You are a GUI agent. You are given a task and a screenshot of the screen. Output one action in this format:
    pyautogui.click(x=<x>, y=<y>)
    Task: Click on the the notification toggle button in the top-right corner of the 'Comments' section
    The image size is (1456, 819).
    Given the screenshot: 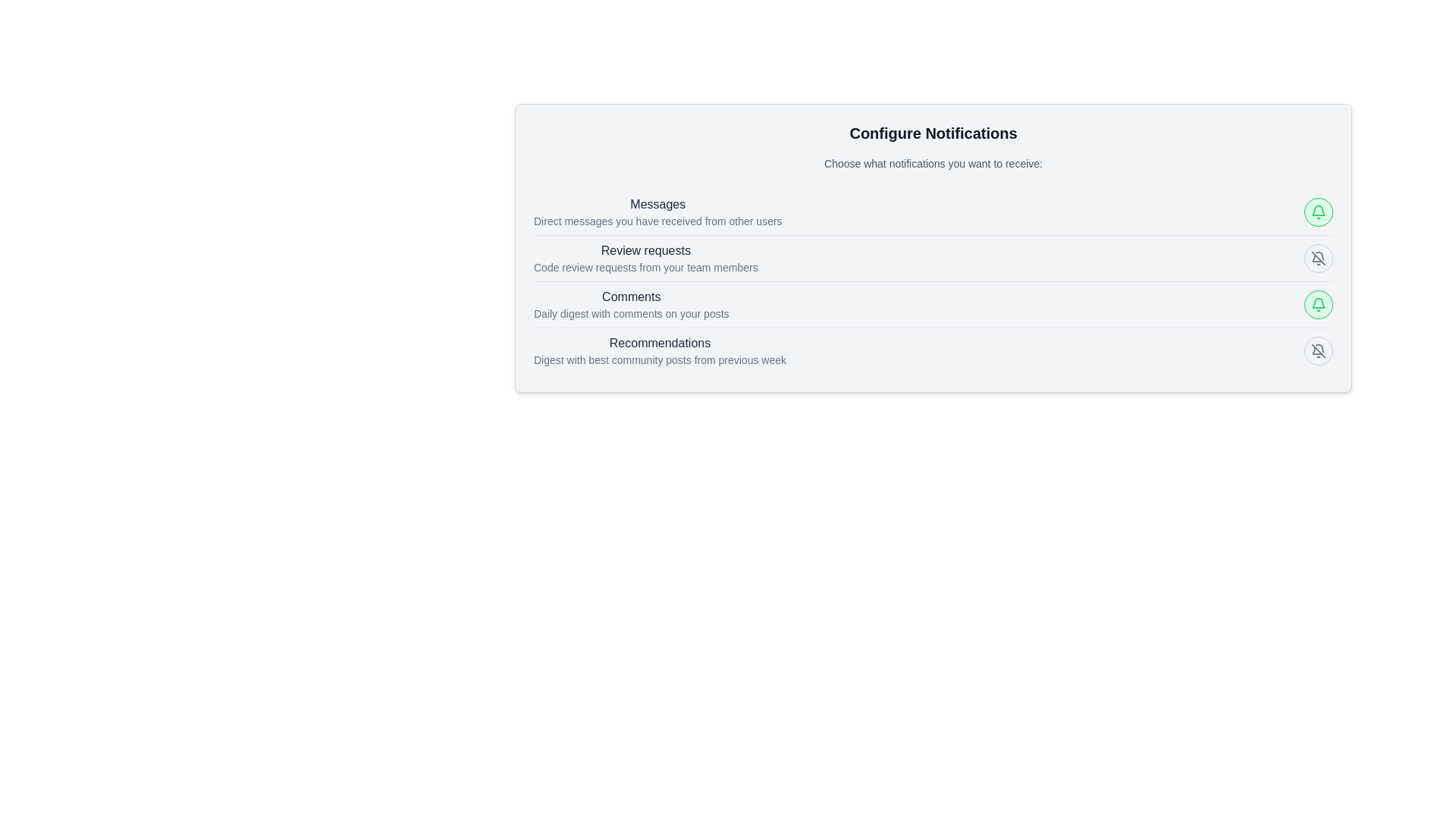 What is the action you would take?
    pyautogui.click(x=1317, y=304)
    